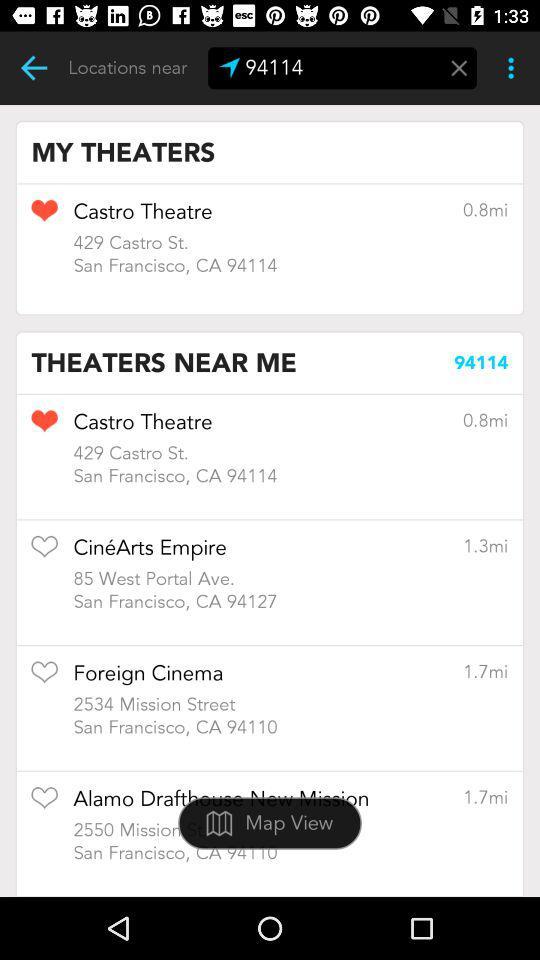 This screenshot has height=960, width=540. What do you see at coordinates (44, 804) in the screenshot?
I see `like option` at bounding box center [44, 804].